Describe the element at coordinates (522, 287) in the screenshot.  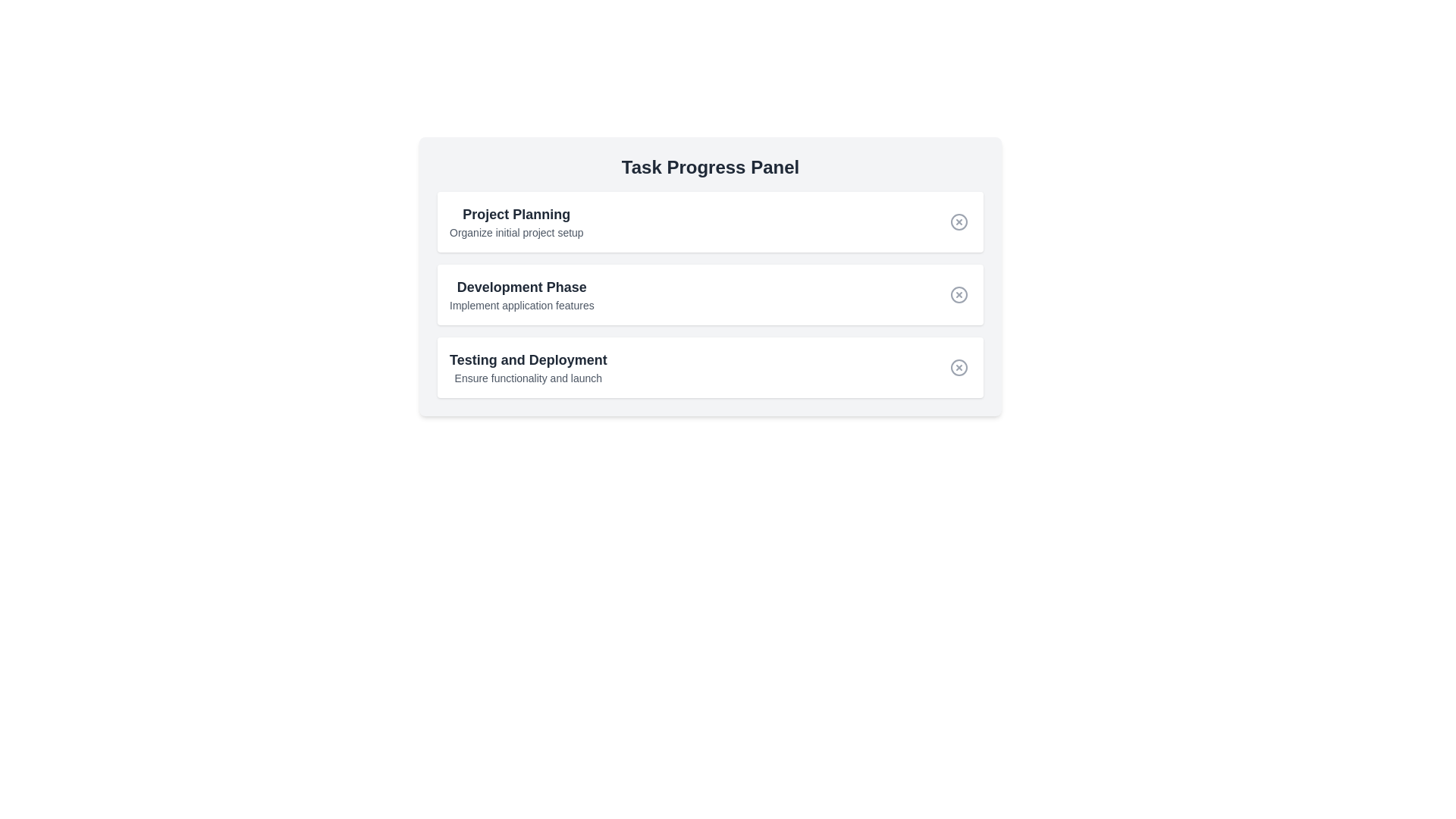
I see `the Text label that serves as the header for the second task in the Task Progress Panel, positioned between 'Project Planning' and 'Testing and Deployment'` at that location.